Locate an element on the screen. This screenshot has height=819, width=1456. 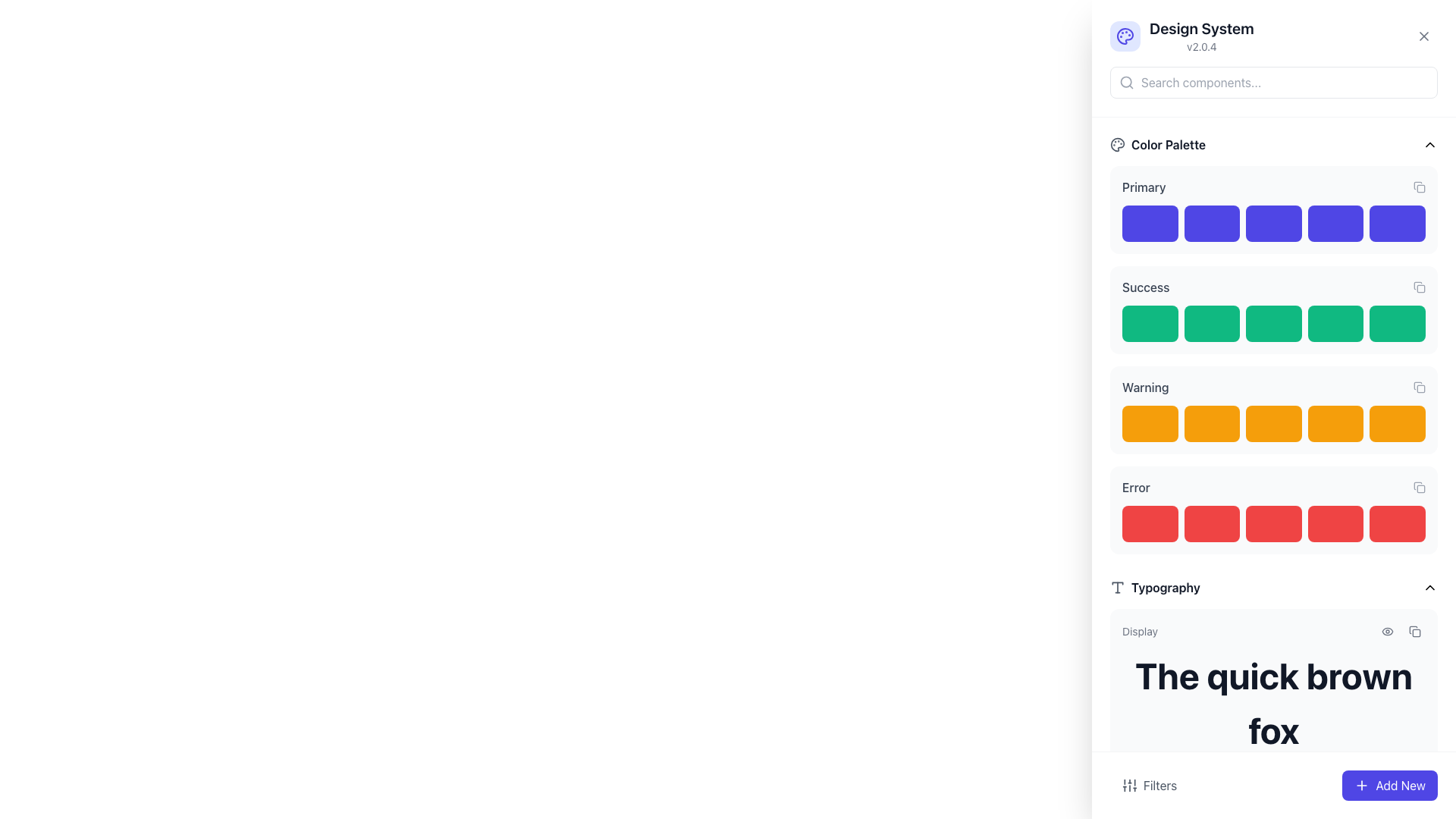
the text-based label with an icon located in the right-hand panel within the 'Typography' section, positioned below the 'Error' color palette and above the display preview section to associate it with its section is located at coordinates (1154, 587).